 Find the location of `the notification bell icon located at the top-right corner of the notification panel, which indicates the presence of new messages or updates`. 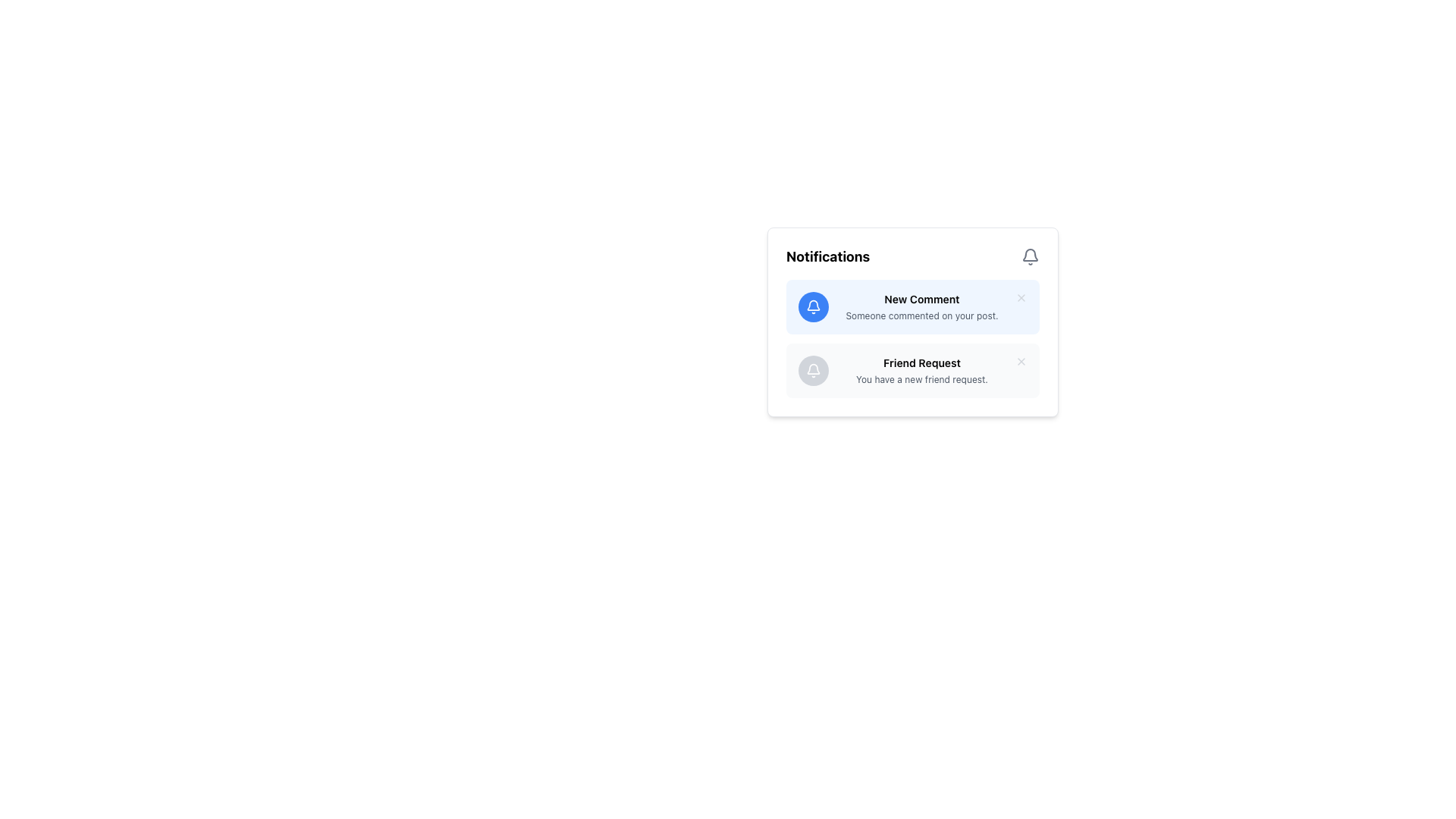

the notification bell icon located at the top-right corner of the notification panel, which indicates the presence of new messages or updates is located at coordinates (813, 305).